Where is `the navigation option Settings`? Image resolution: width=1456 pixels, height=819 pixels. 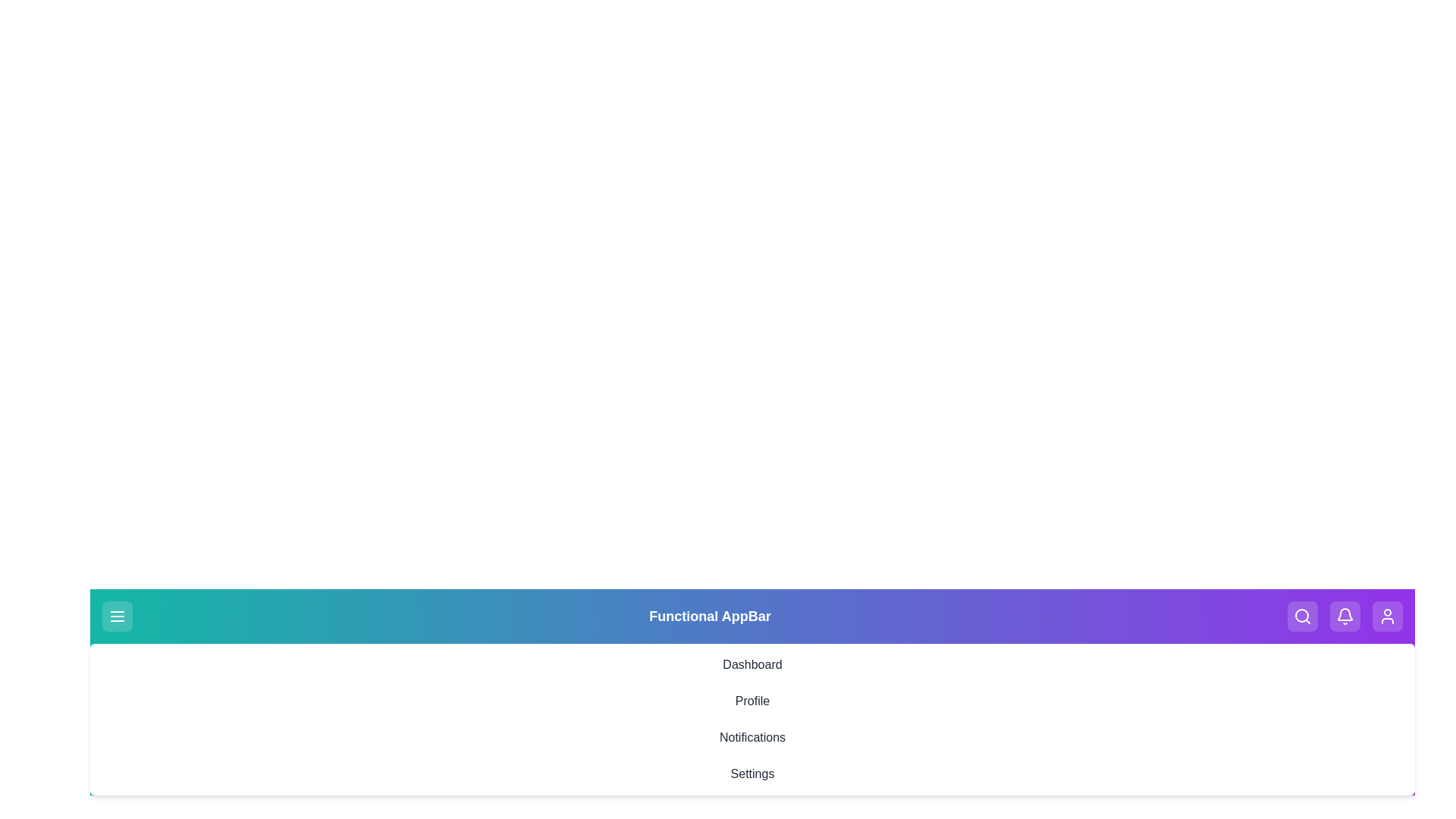 the navigation option Settings is located at coordinates (752, 774).